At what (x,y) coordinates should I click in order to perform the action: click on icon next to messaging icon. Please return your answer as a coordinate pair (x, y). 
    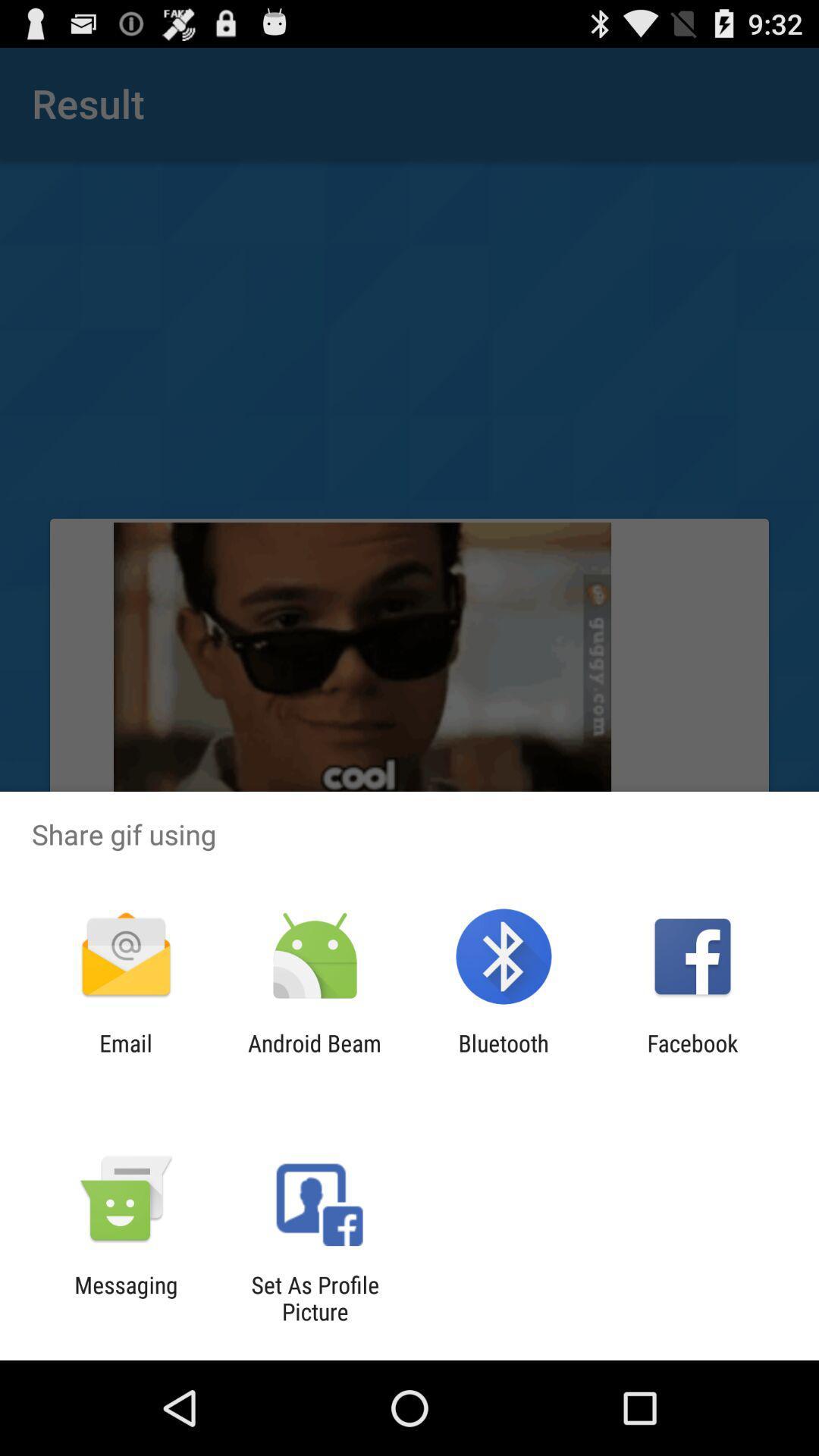
    Looking at the image, I should click on (314, 1298).